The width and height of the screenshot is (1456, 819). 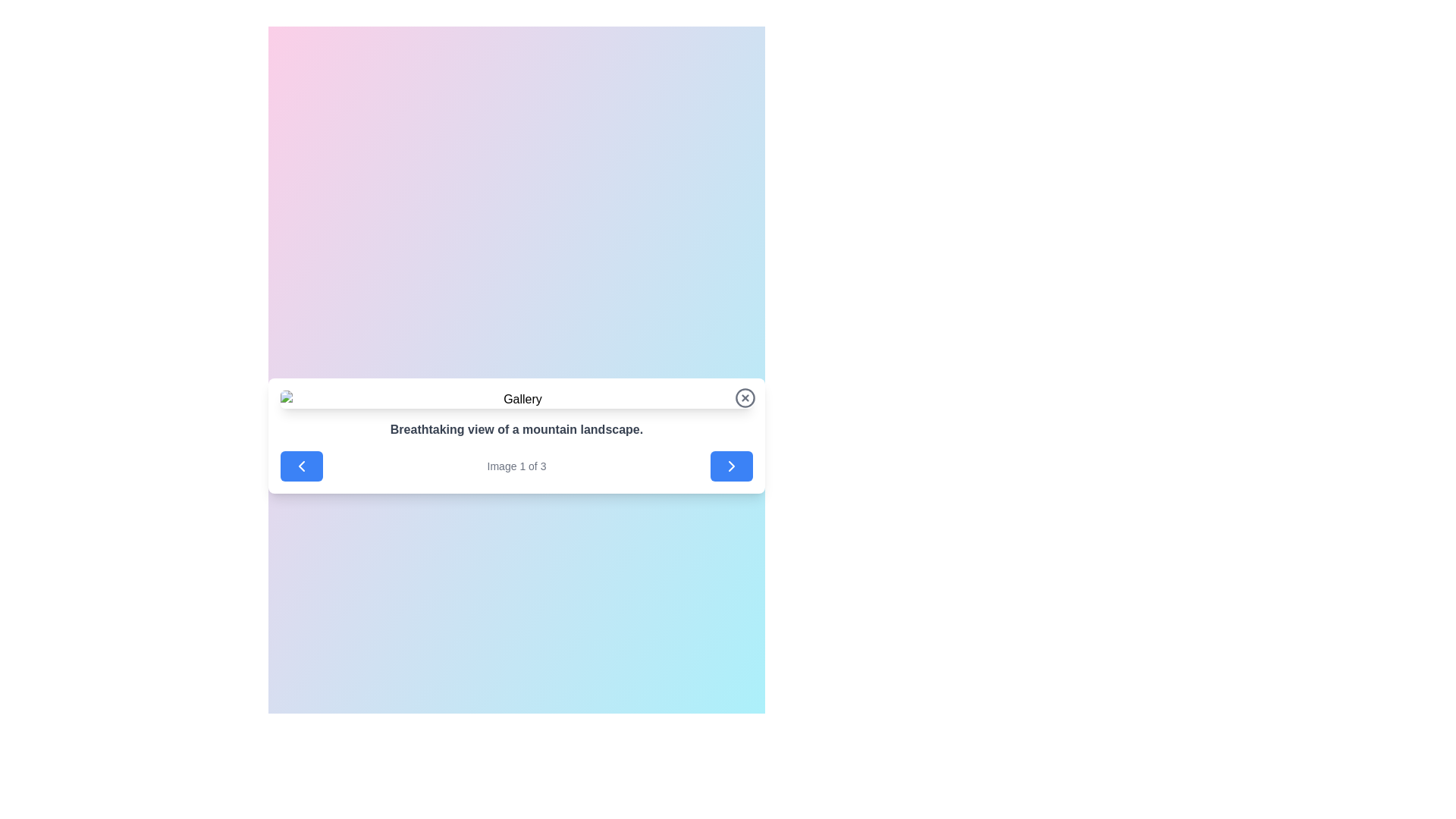 What do you see at coordinates (731, 465) in the screenshot?
I see `the Chevron navigation icon located within the blue circular button on the center-right of the card interface` at bounding box center [731, 465].